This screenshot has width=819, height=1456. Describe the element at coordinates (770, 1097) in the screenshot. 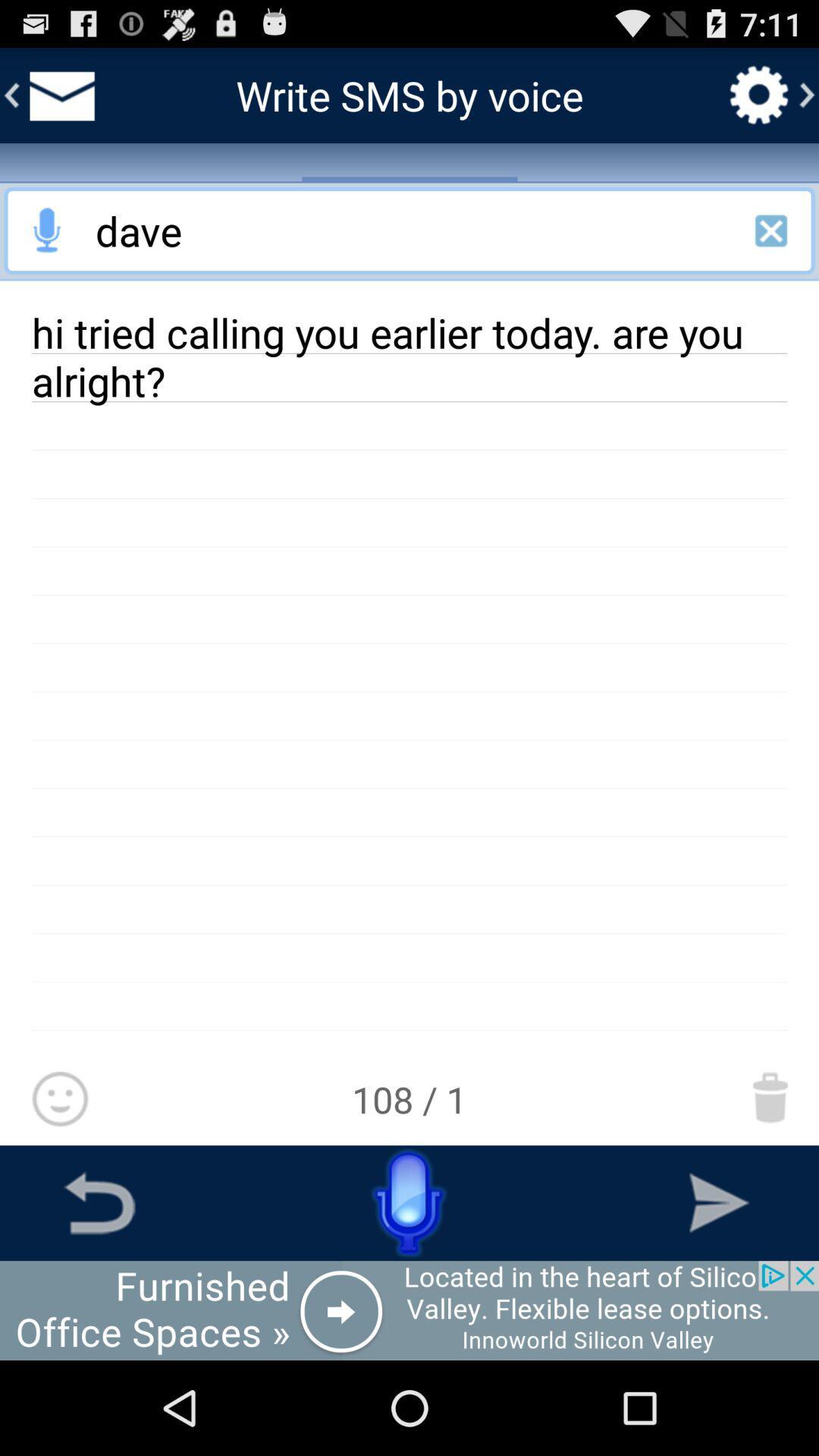

I see `move this message to trash` at that location.